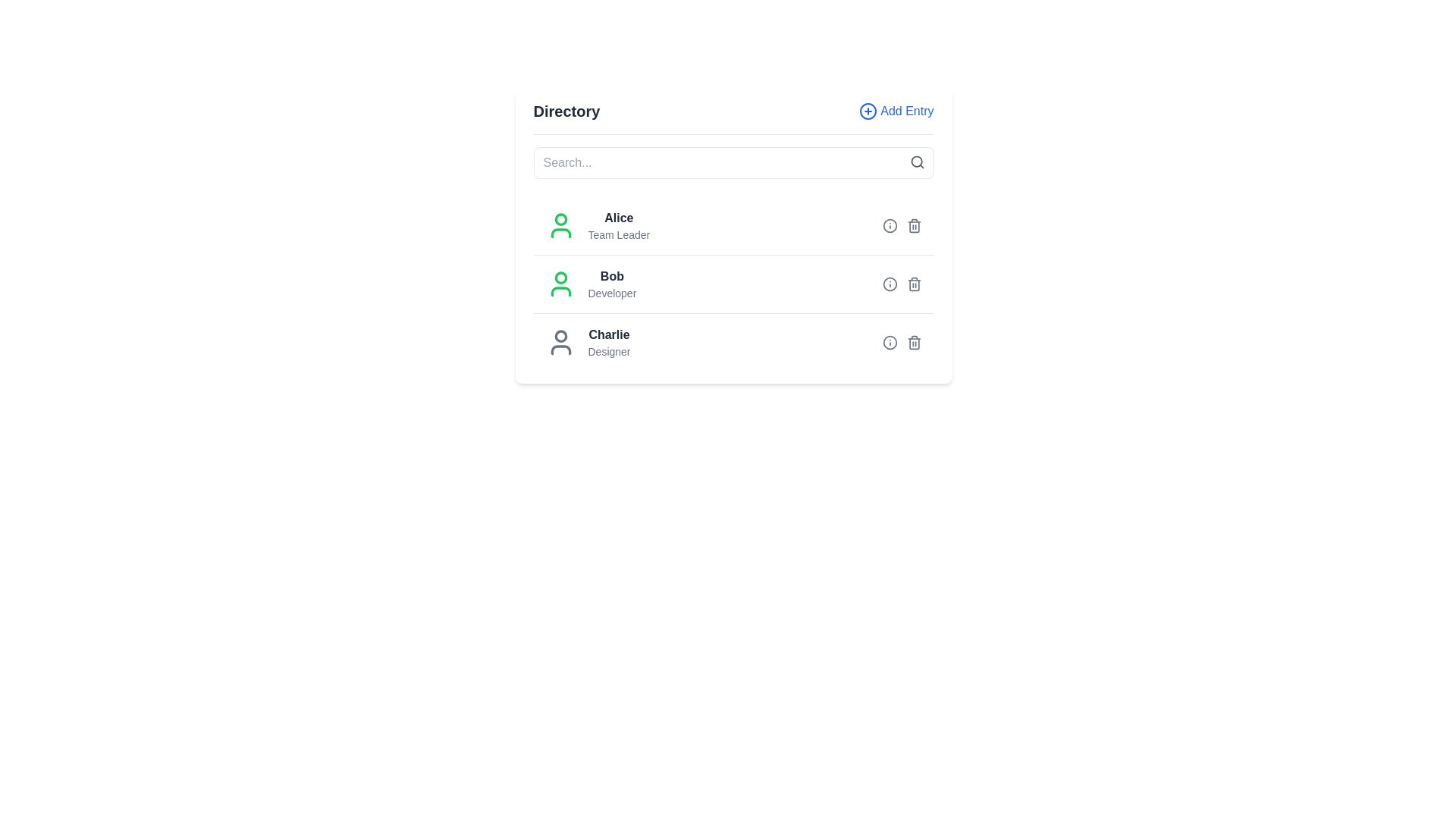 The width and height of the screenshot is (1456, 819). Describe the element at coordinates (890, 225) in the screenshot. I see `the information icon located to the left of the delete icon for the entry 'Alice'` at that location.